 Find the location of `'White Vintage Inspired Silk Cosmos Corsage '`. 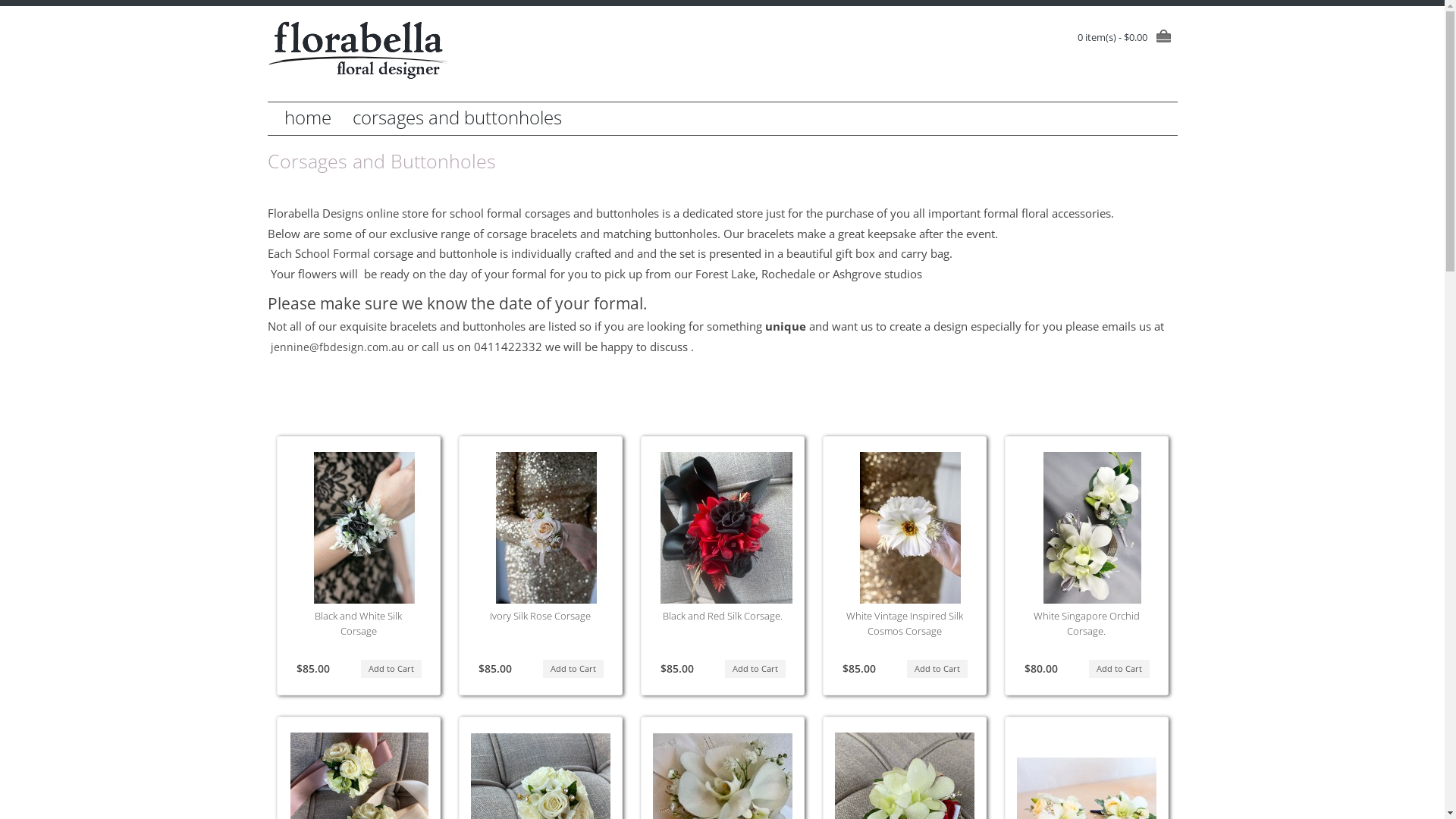

'White Vintage Inspired Silk Cosmos Corsage ' is located at coordinates (910, 526).